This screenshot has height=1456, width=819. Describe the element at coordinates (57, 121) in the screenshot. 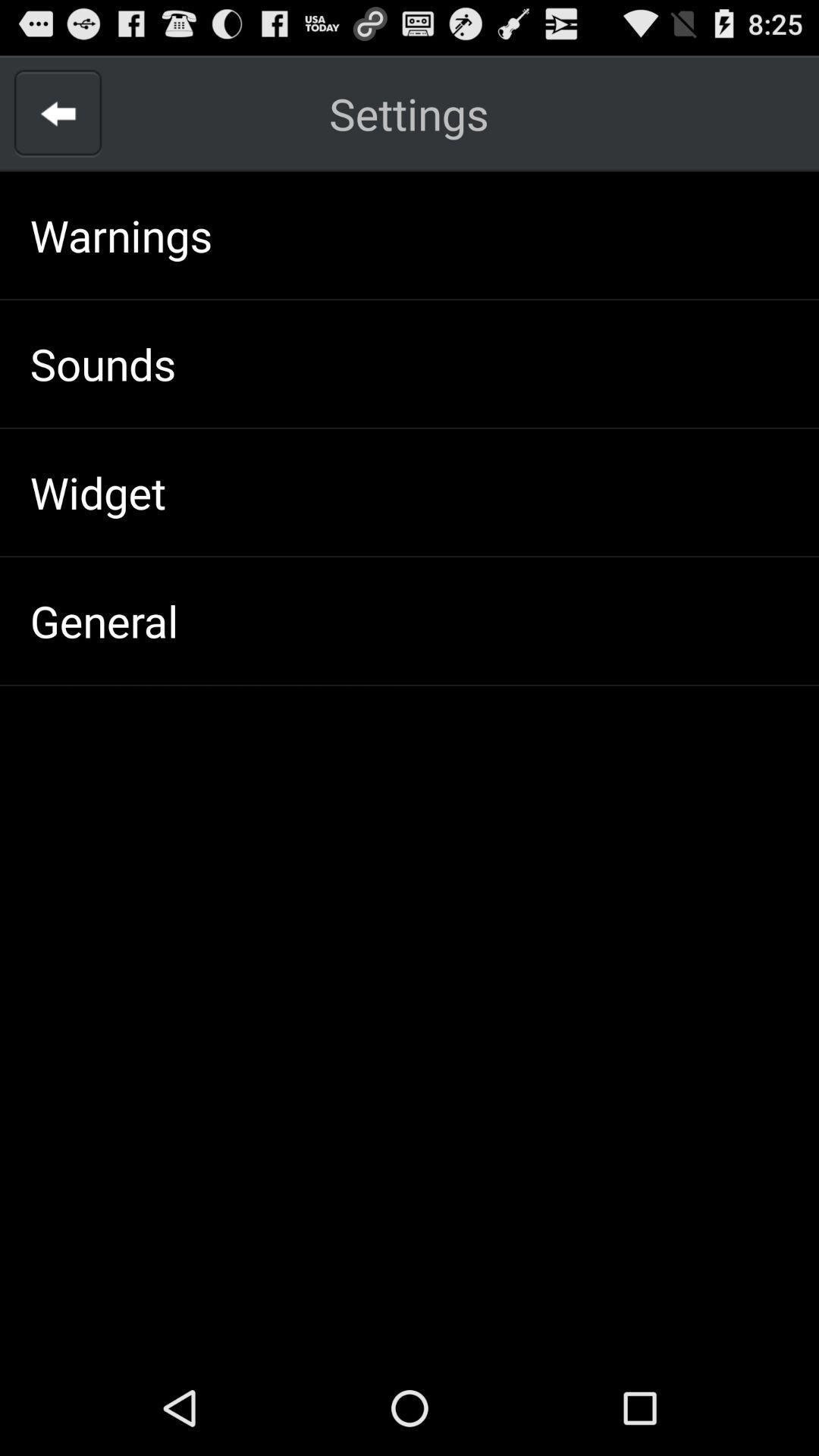

I see `the arrow_backward icon` at that location.